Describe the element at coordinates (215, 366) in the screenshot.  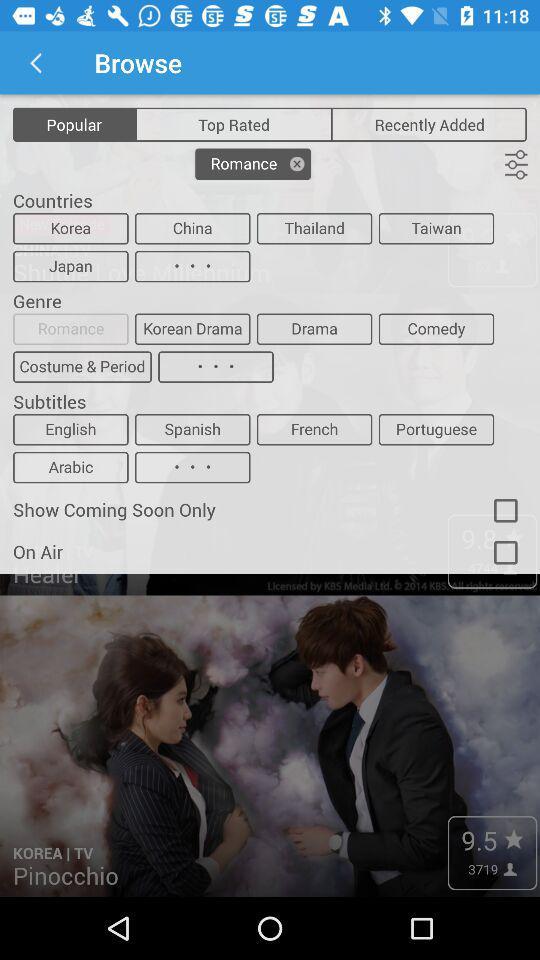
I see `button which is at right side of costume  period` at that location.